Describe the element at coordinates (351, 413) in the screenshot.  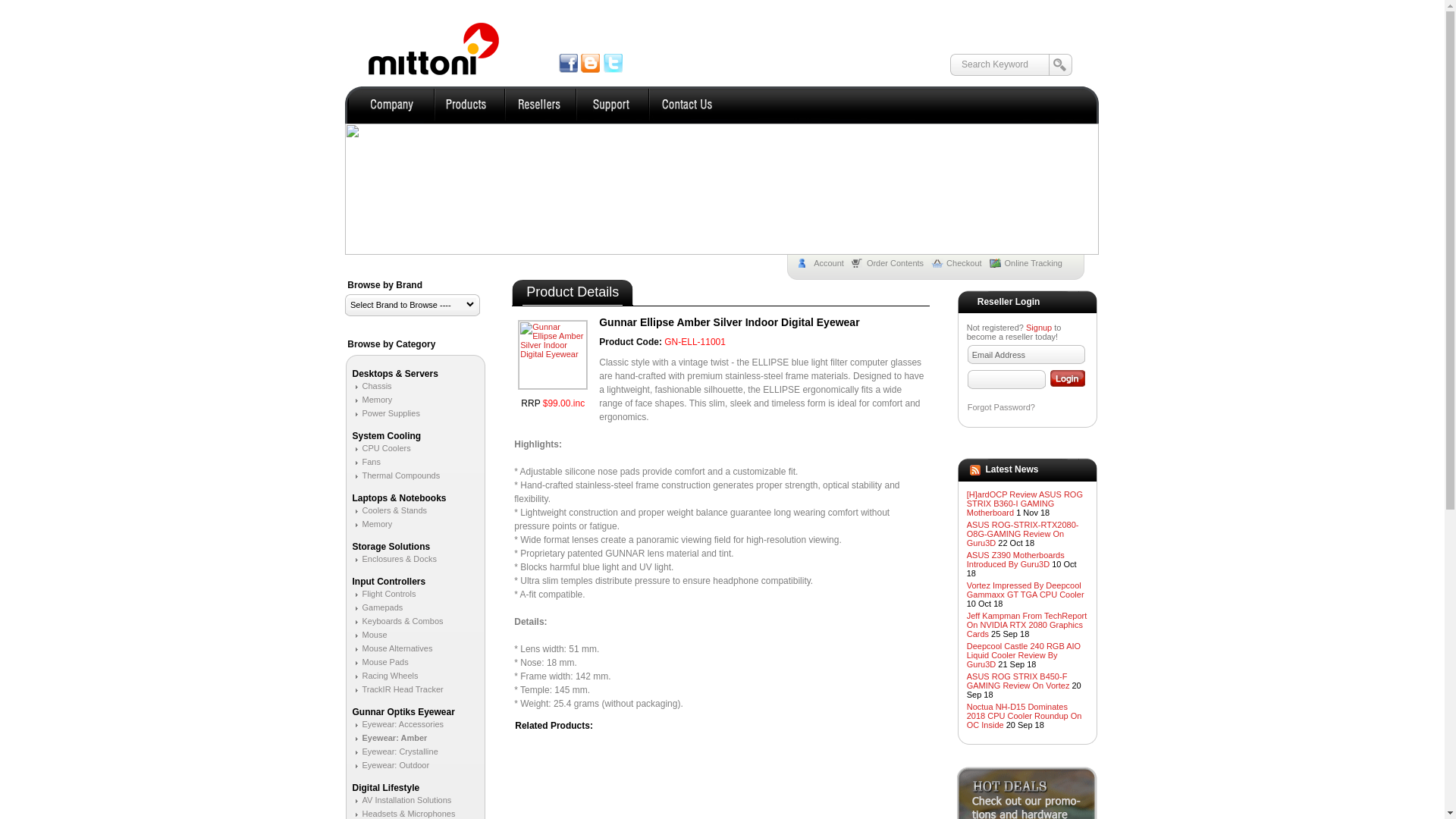
I see `'Power Supplies'` at that location.